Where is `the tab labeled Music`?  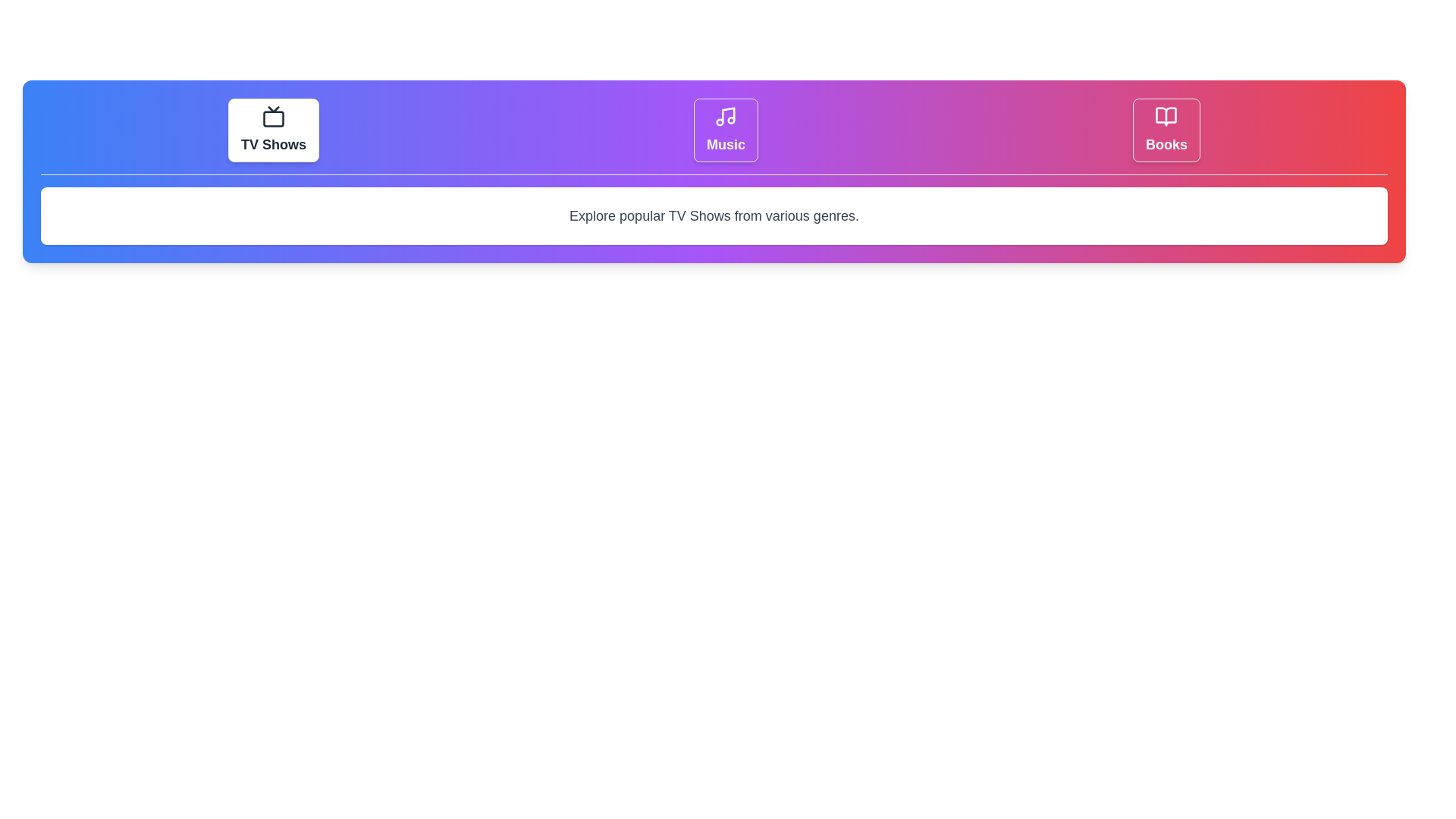 the tab labeled Music is located at coordinates (725, 130).